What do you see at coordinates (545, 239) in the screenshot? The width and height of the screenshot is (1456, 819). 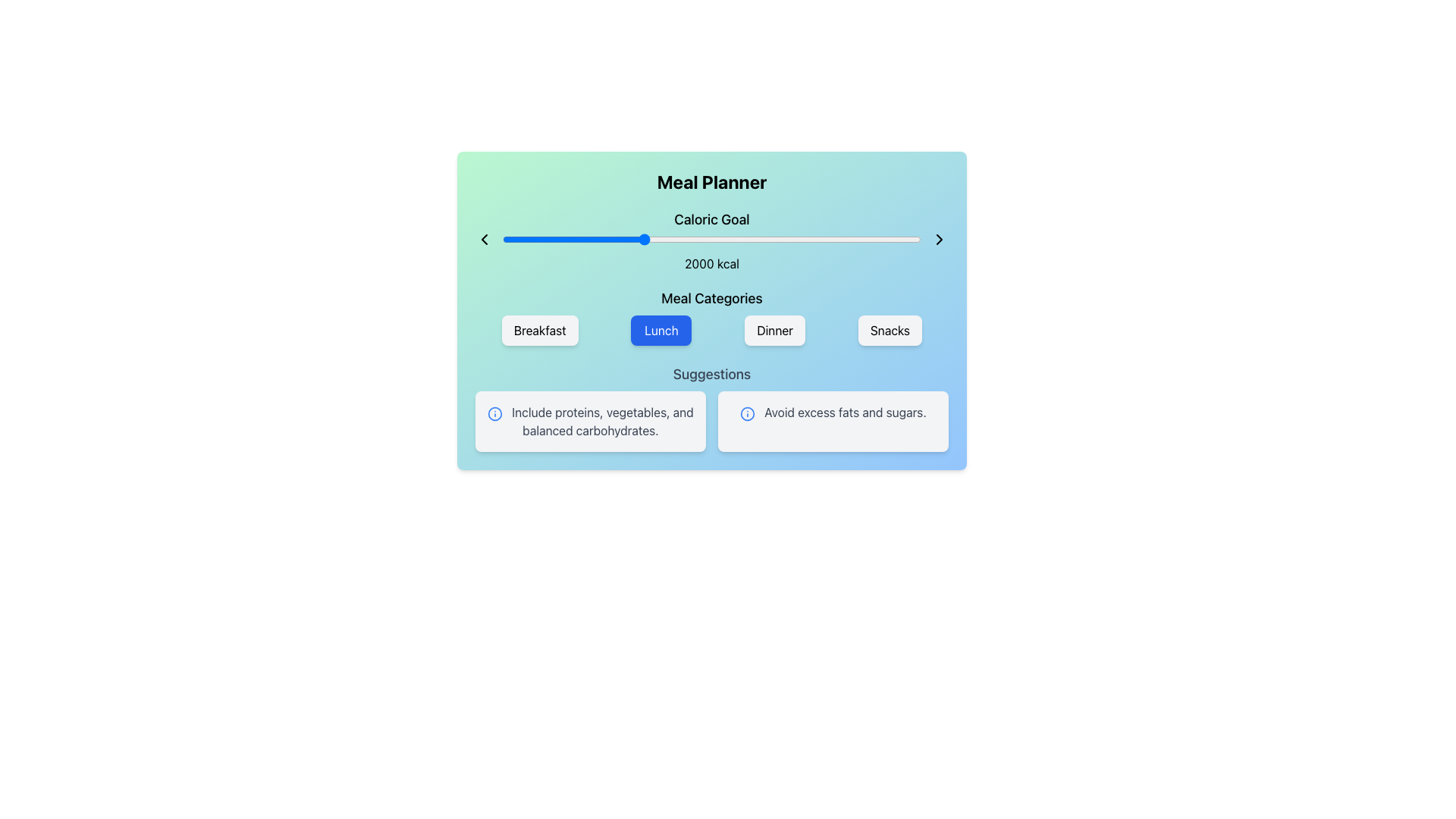 I see `caloric goal` at bounding box center [545, 239].